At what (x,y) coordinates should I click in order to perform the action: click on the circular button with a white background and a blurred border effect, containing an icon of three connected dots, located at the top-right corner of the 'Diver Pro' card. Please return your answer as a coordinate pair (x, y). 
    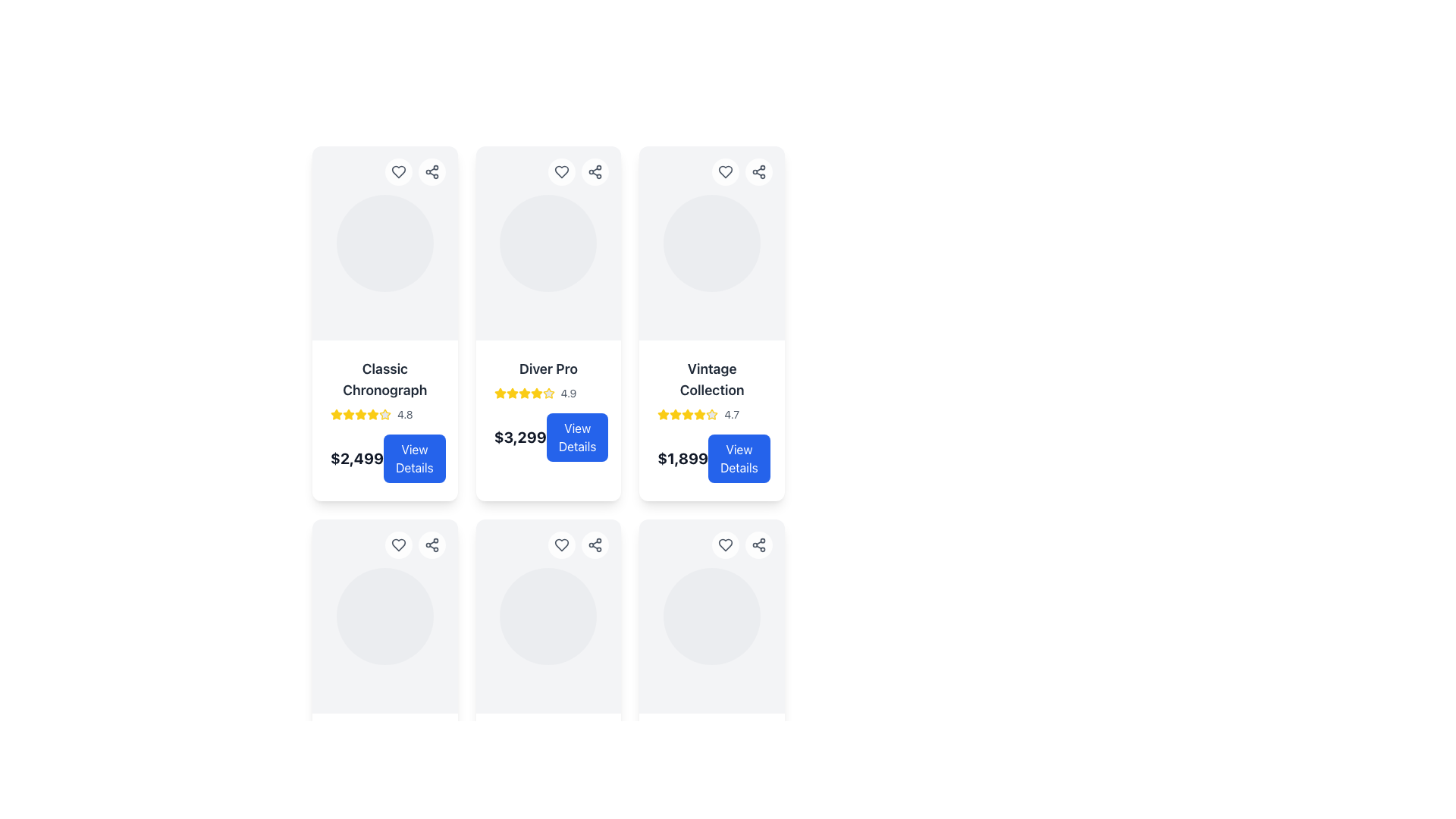
    Looking at the image, I should click on (595, 171).